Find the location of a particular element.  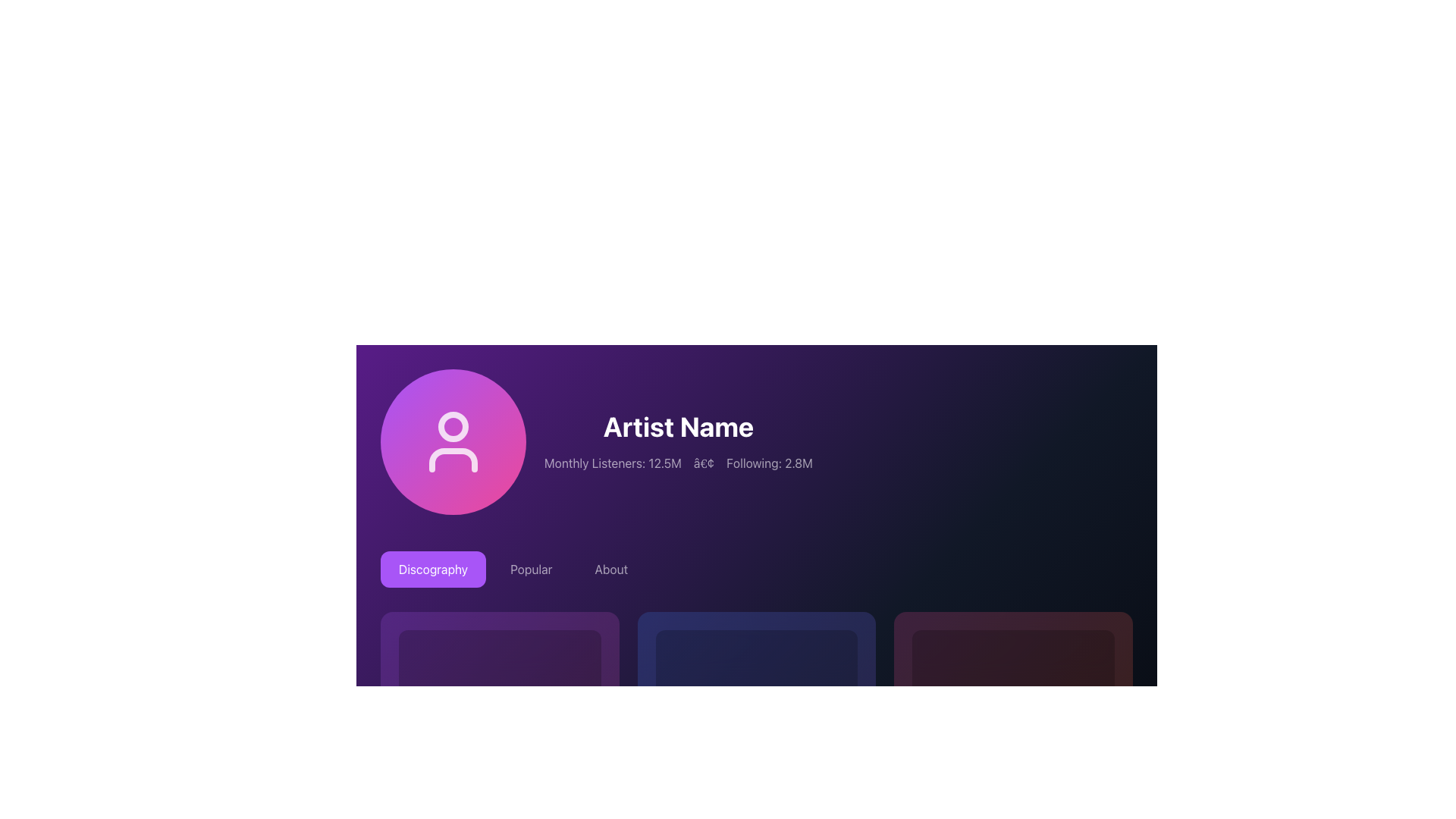

information displayed in the 'Artist Name' section, which includes the artist's name in bold followed by listener and follower statistics is located at coordinates (677, 441).